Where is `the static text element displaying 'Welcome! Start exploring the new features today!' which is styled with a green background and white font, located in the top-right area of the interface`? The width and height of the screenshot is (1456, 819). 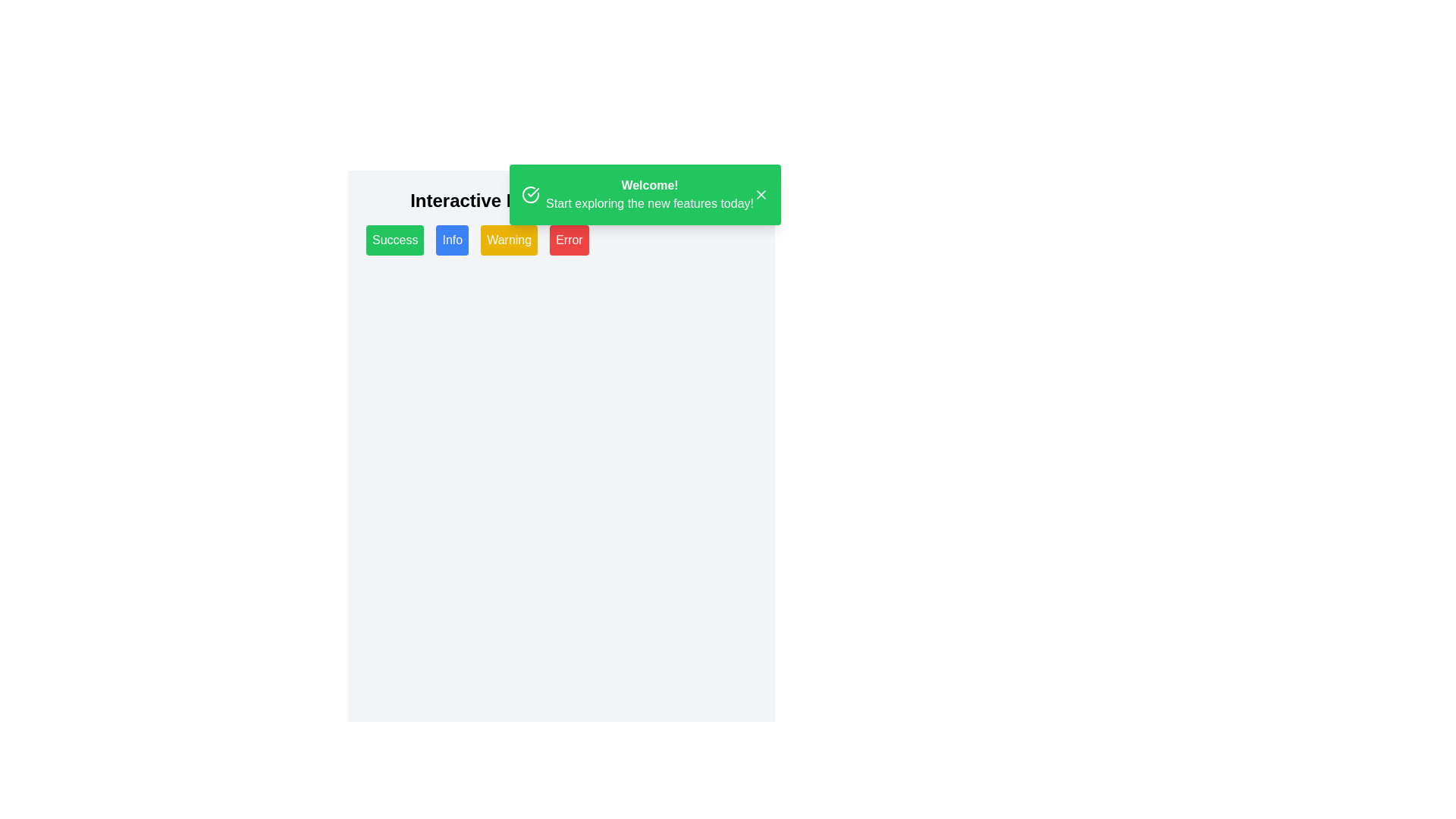
the static text element displaying 'Welcome! Start exploring the new features today!' which is styled with a green background and white font, located in the top-right area of the interface is located at coordinates (650, 194).